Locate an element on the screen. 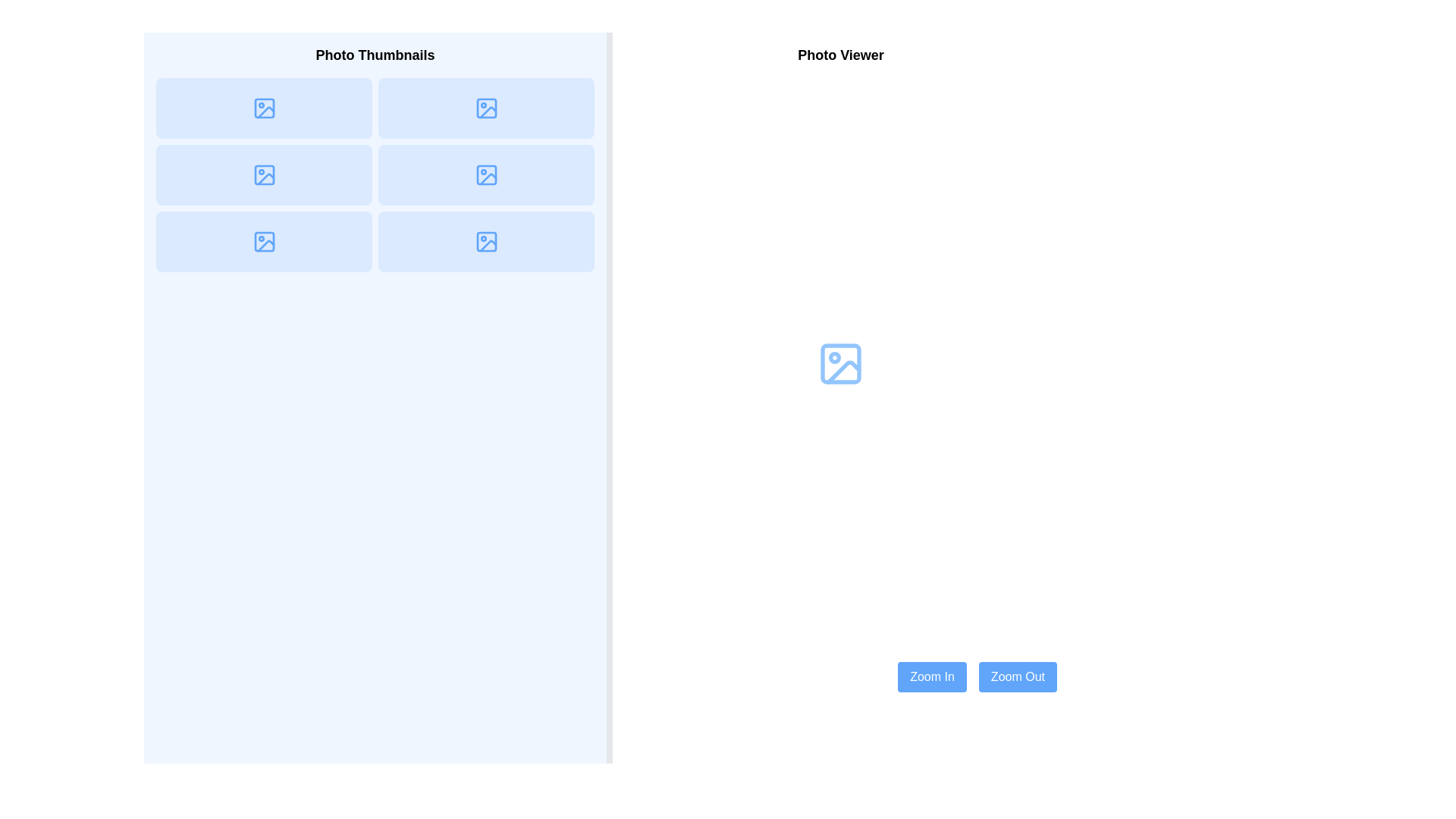 The image size is (1456, 819). the decorative indicator located in the middle column of the second row of the thumbnail grid in the photo viewer interface, positioned in the top-right corner of the image icon is located at coordinates (486, 174).